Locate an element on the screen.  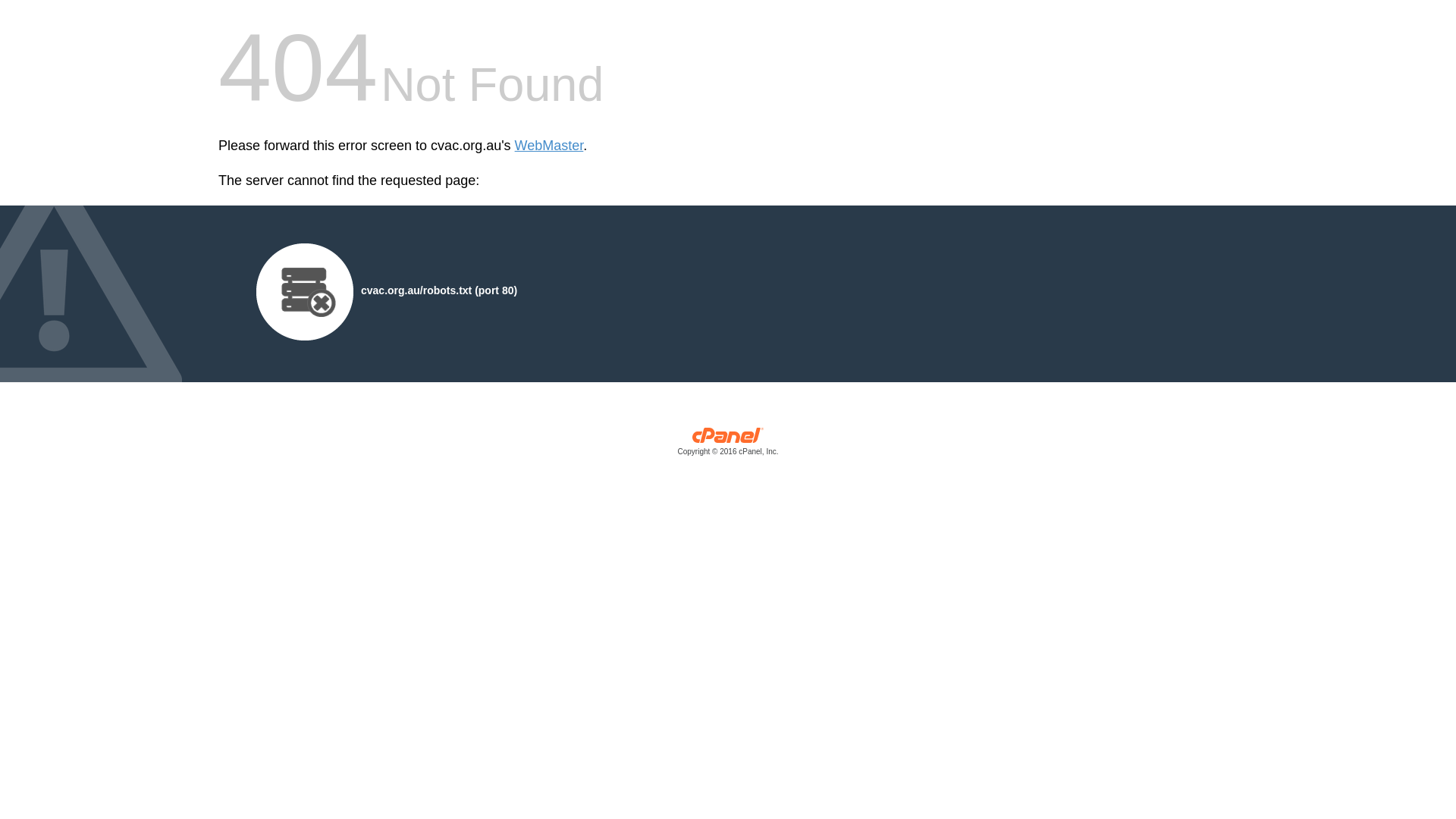
'WebMaster' is located at coordinates (514, 146).